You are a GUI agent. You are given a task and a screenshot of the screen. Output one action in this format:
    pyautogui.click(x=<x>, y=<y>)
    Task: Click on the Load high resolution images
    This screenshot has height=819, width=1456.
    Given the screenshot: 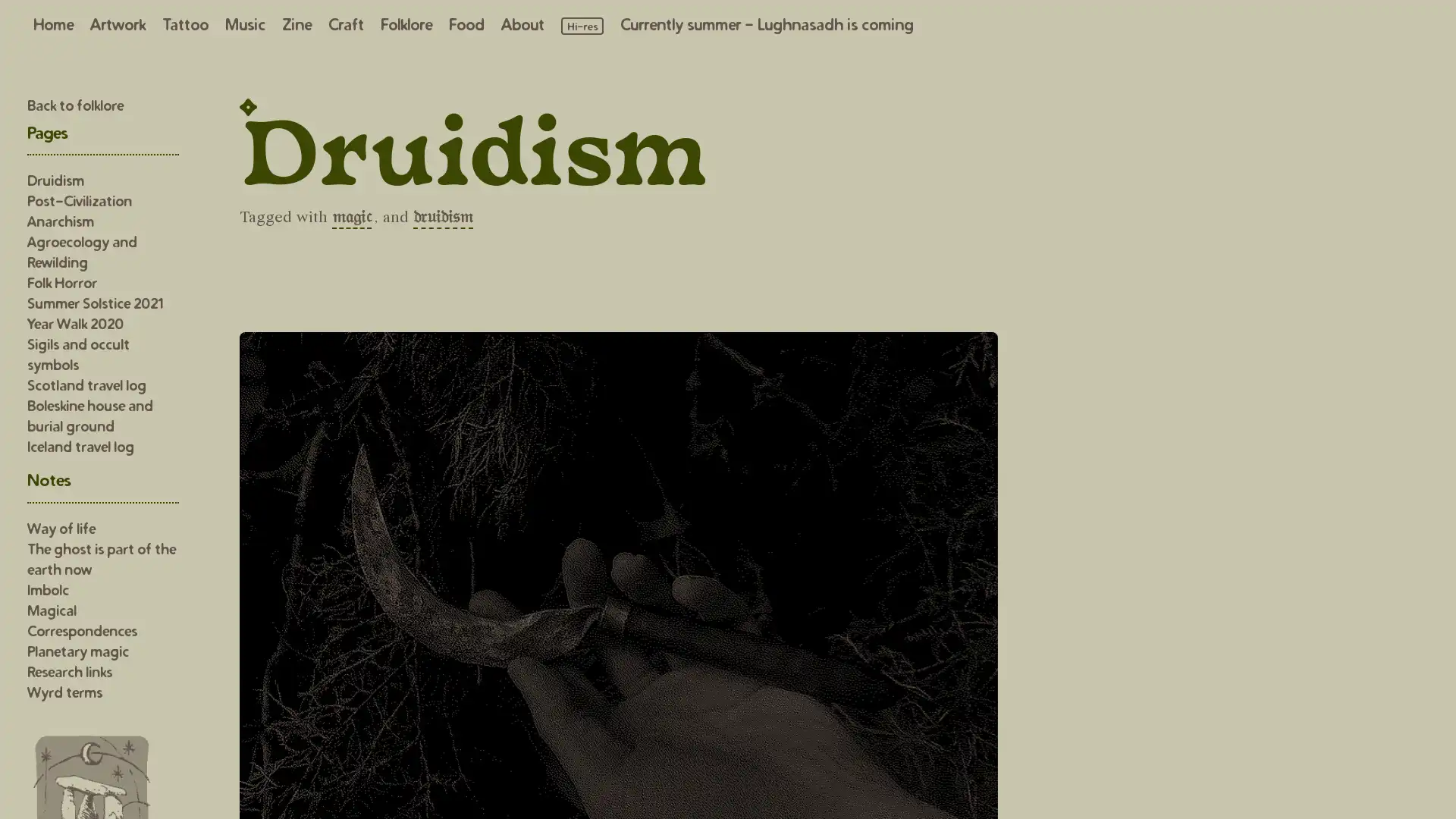 What is the action you would take?
    pyautogui.click(x=582, y=26)
    